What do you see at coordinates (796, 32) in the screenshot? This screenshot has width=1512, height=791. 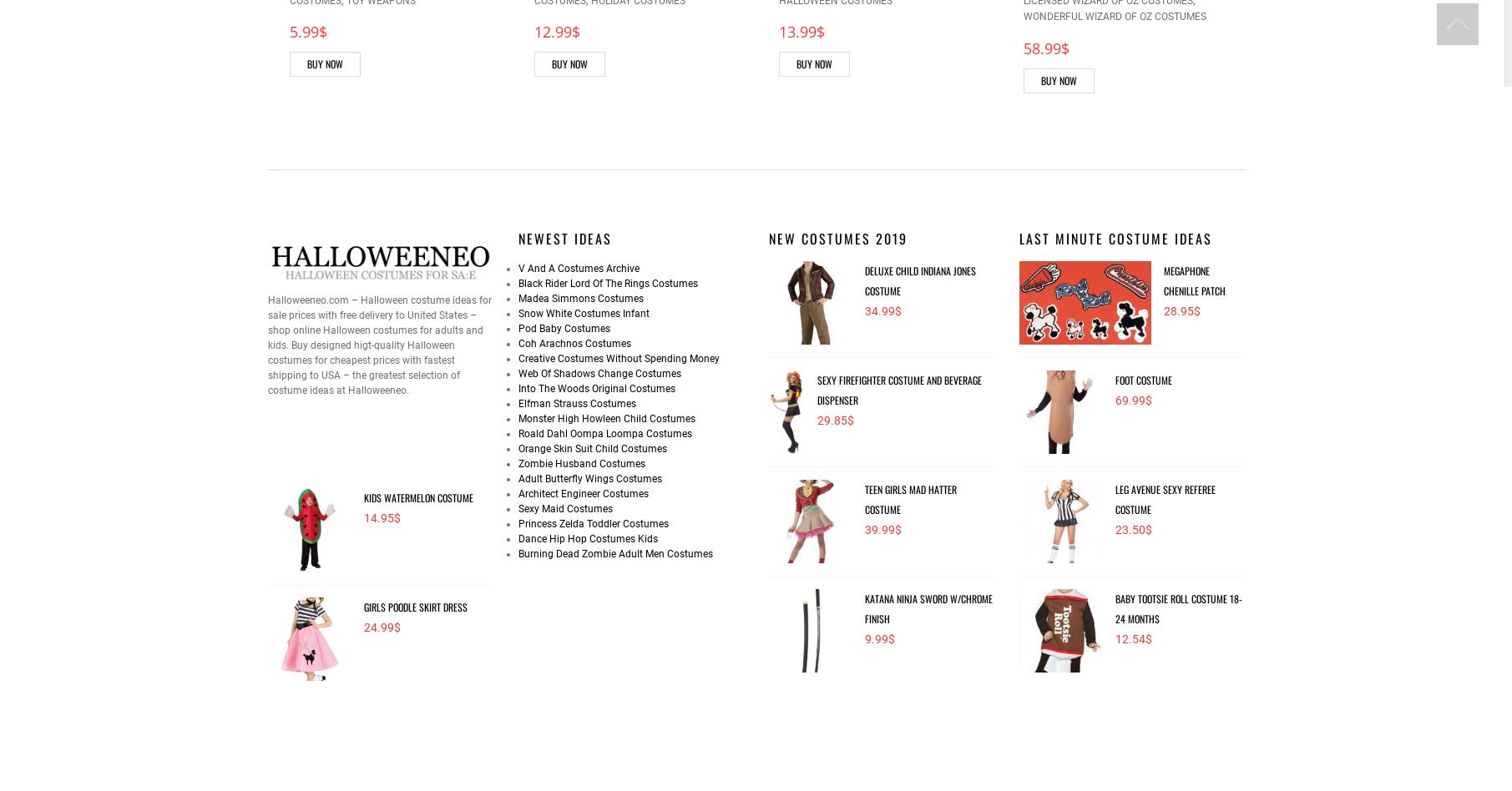 I see `'13.99'` at bounding box center [796, 32].